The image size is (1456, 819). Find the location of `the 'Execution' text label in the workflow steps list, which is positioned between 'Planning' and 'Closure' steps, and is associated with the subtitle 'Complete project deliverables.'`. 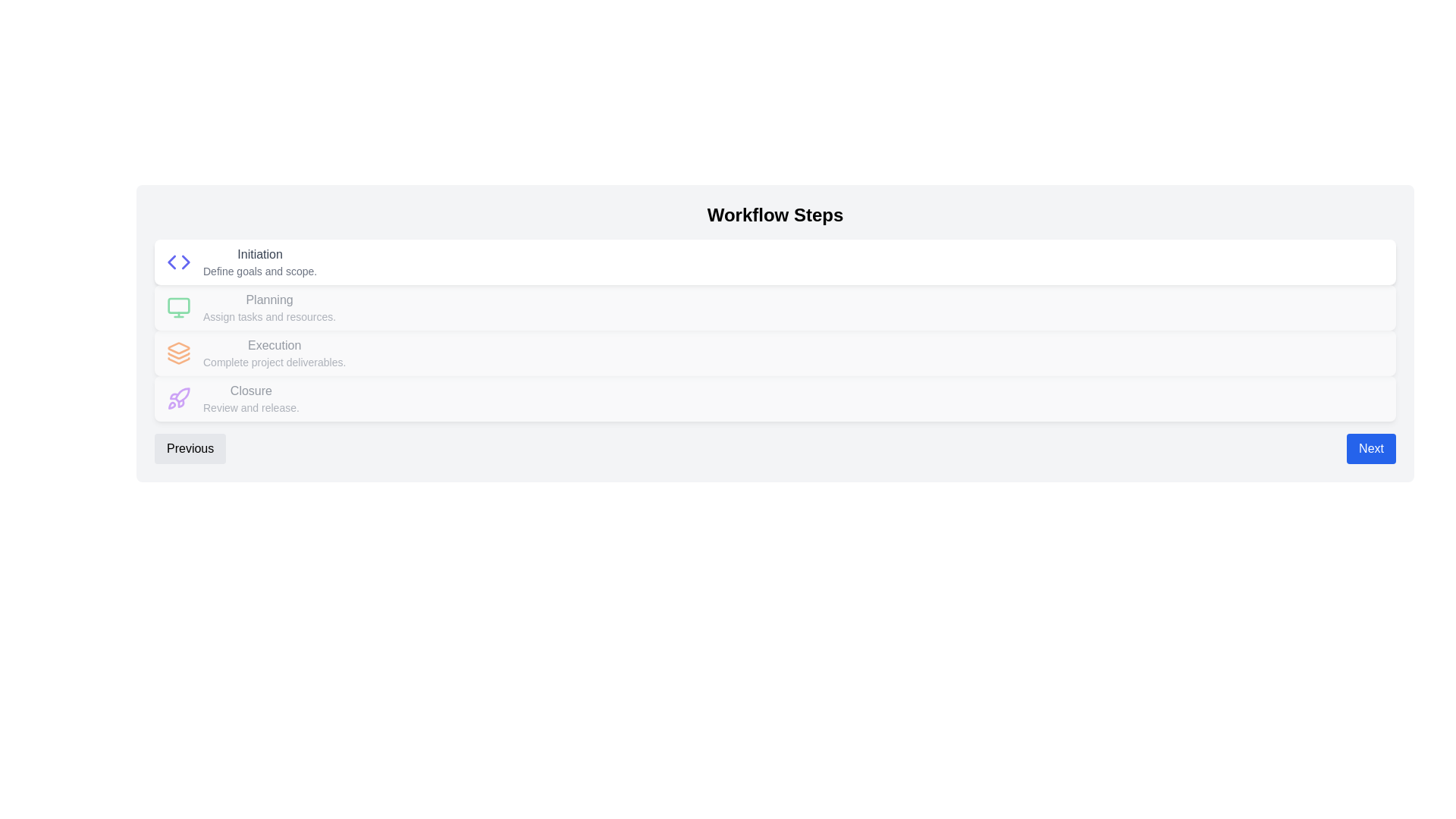

the 'Execution' text label in the workflow steps list, which is positioned between 'Planning' and 'Closure' steps, and is associated with the subtitle 'Complete project deliverables.' is located at coordinates (275, 345).